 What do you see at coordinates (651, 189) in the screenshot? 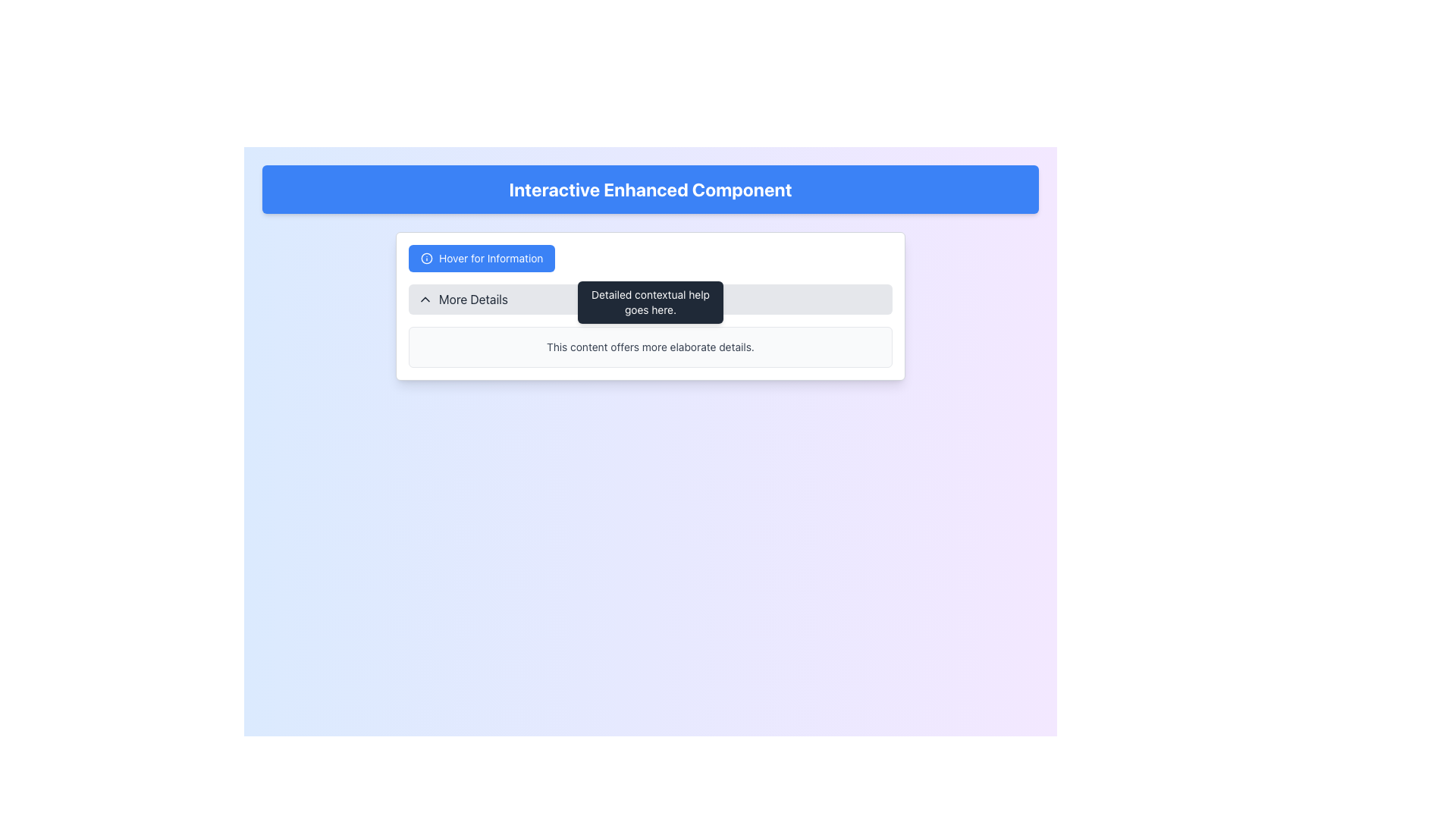
I see `the static text element that serves as a title or header in the center of a horizontal blue bar near the top section of the layout` at bounding box center [651, 189].